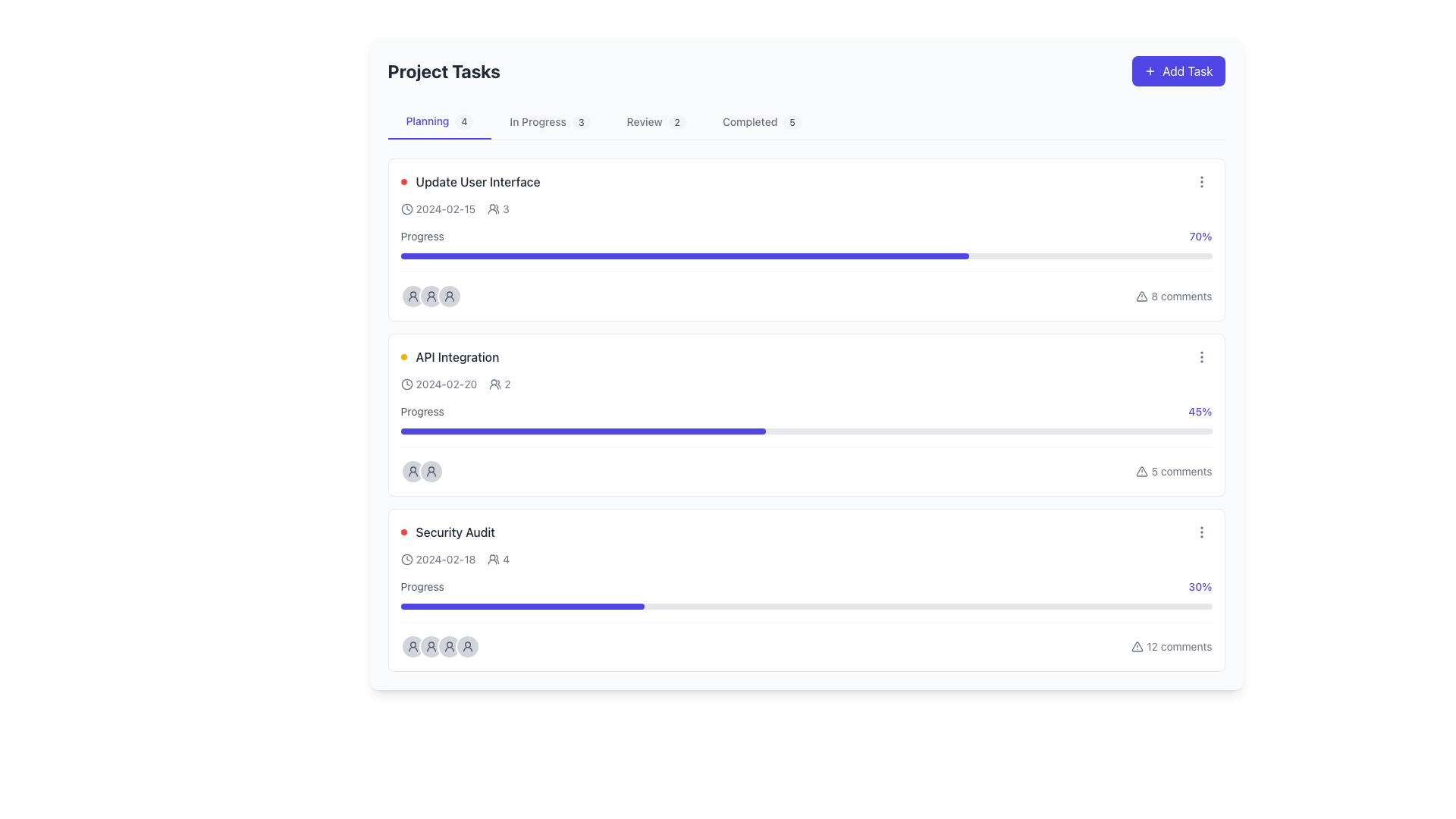  I want to click on data displayed in the Counter badge located in the top-right section of the 'Completed' tab in the task management interface, so click(792, 121).